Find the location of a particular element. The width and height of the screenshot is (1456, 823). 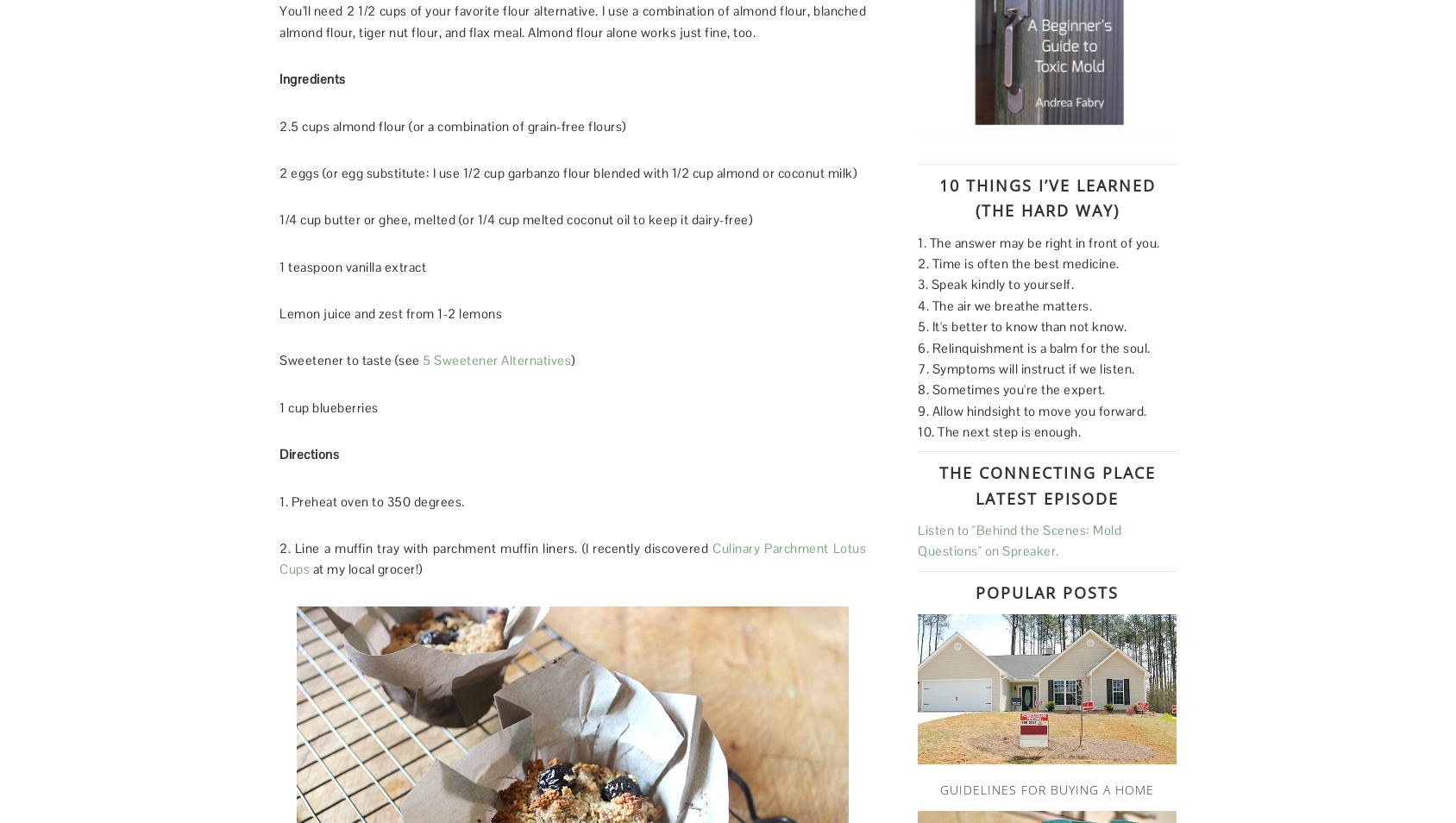

'1/4 cup butter or ghee, melted (or 1/4 cup melted coconut oil to keep it dairy-free)' is located at coordinates (516, 219).